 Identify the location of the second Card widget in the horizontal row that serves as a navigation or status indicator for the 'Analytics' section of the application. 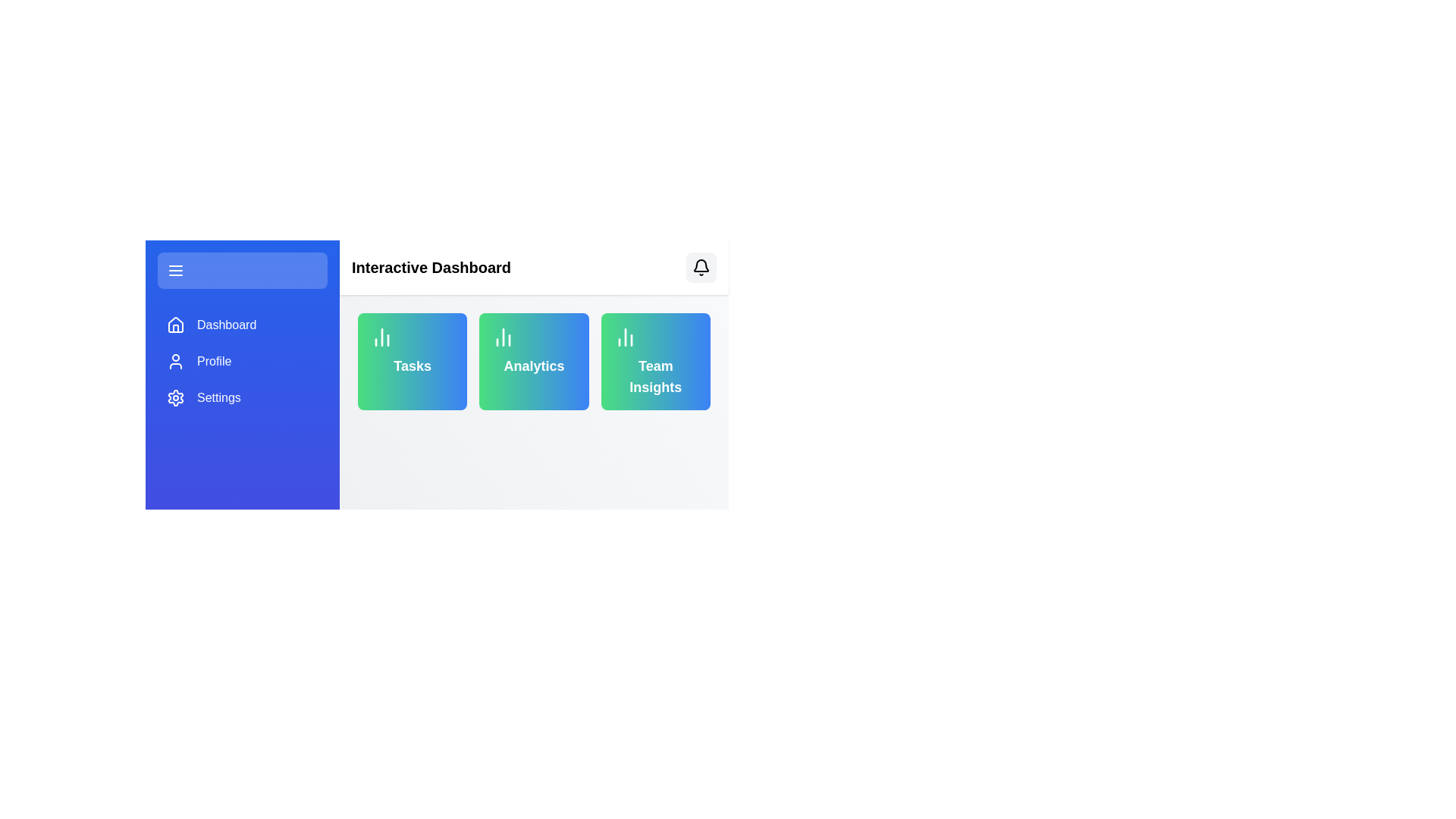
(534, 362).